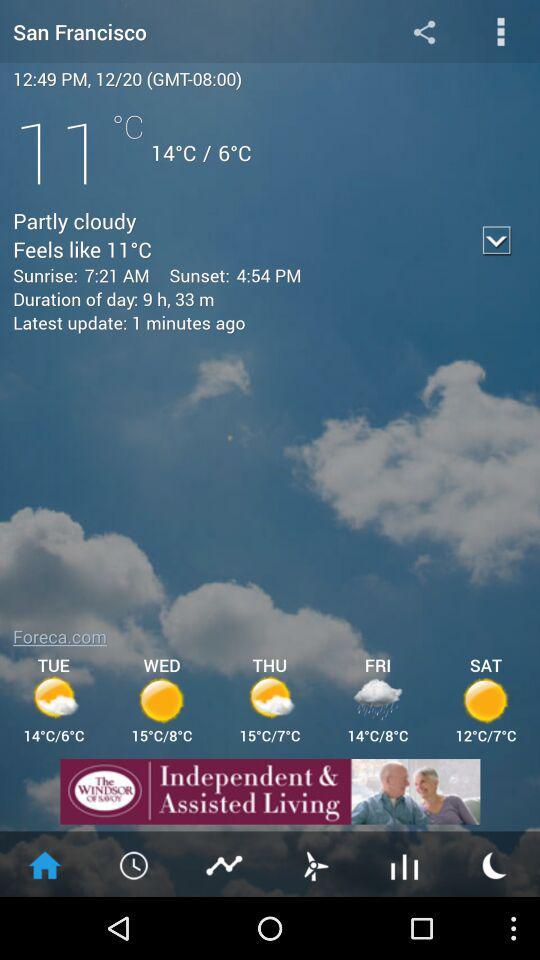 The image size is (540, 960). I want to click on the home page, so click(44, 863).